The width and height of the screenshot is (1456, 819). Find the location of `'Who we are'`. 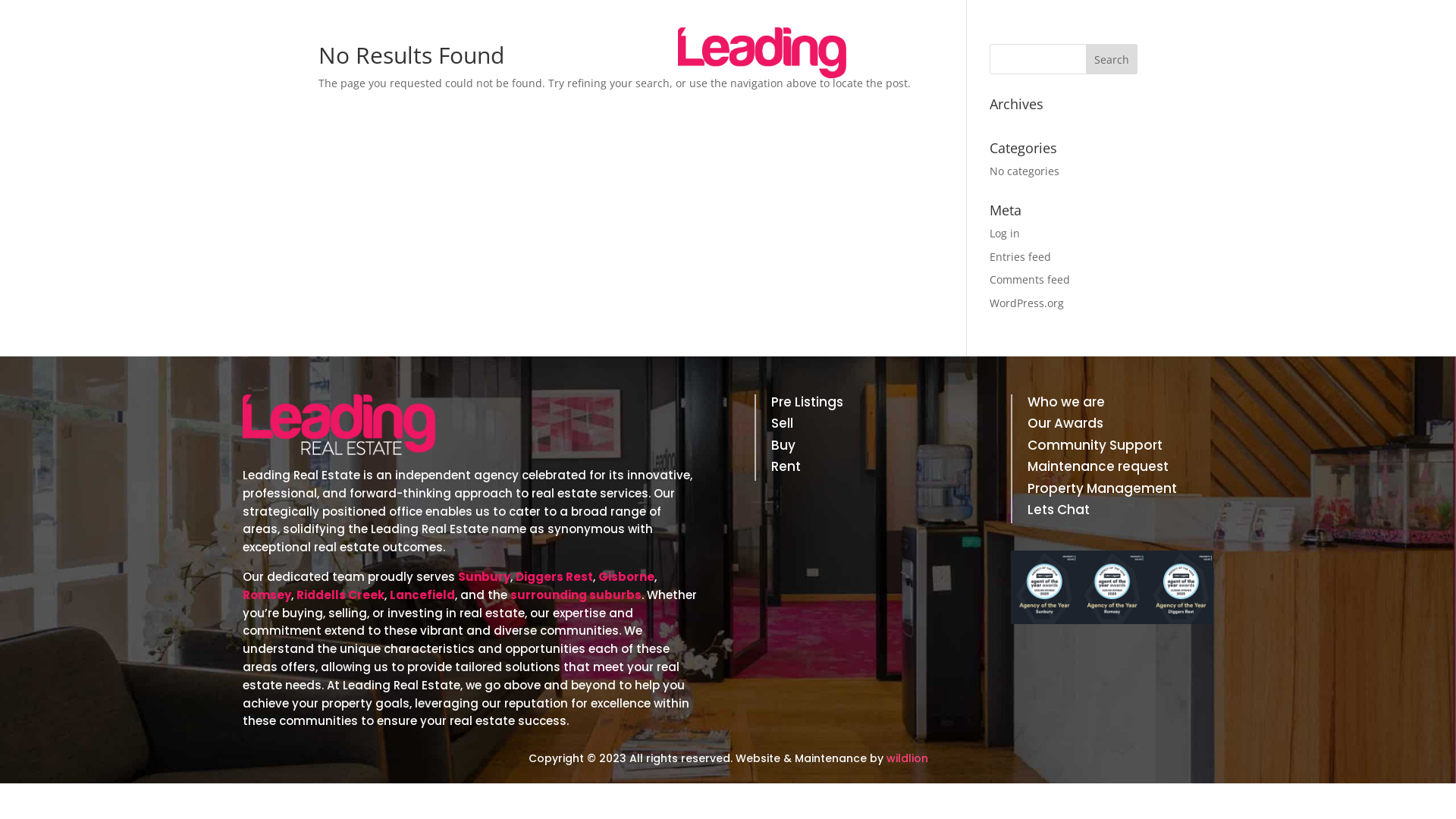

'Who we are' is located at coordinates (1112, 403).